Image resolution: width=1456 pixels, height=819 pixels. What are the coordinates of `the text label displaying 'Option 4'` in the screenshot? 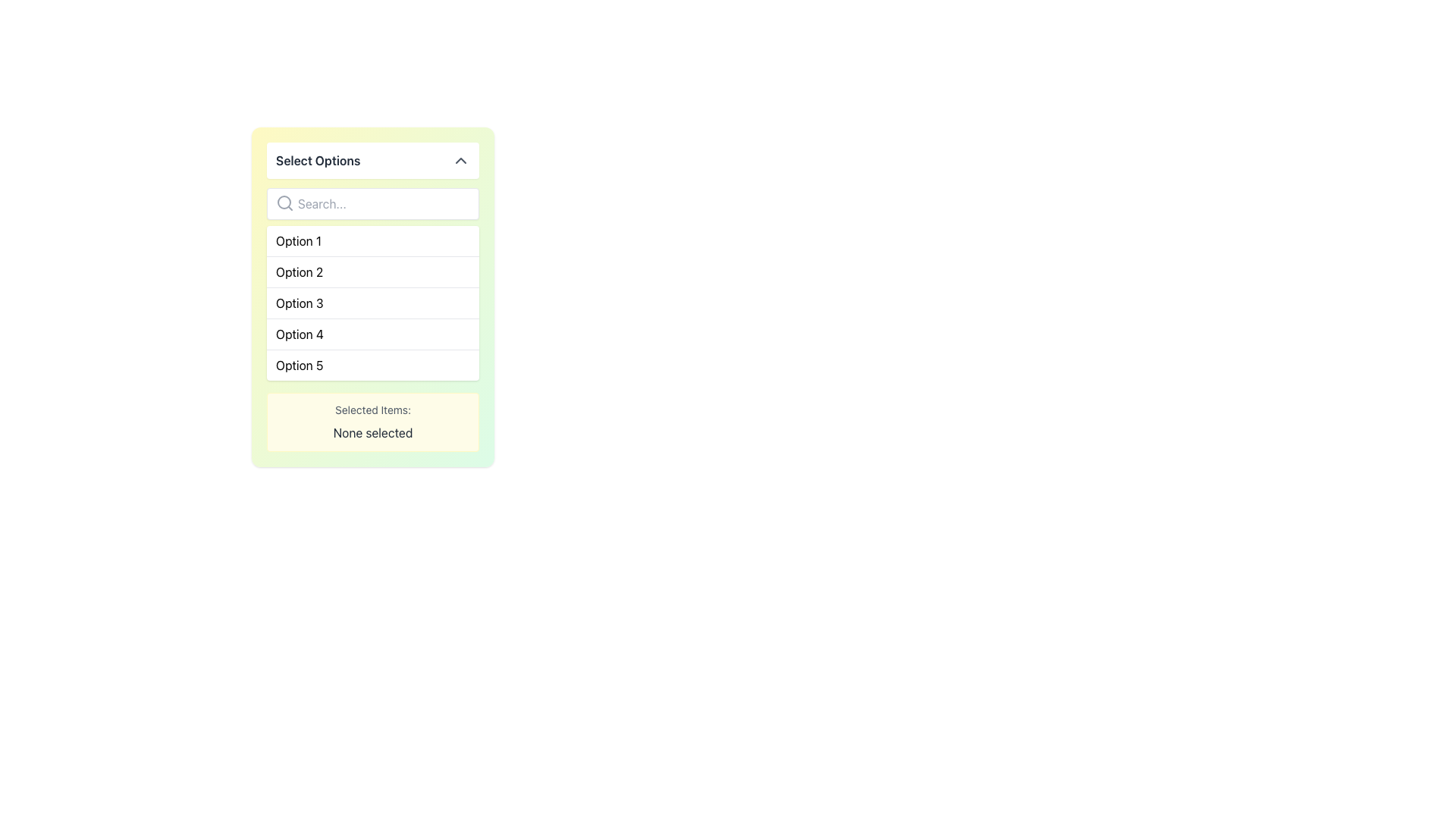 It's located at (300, 333).